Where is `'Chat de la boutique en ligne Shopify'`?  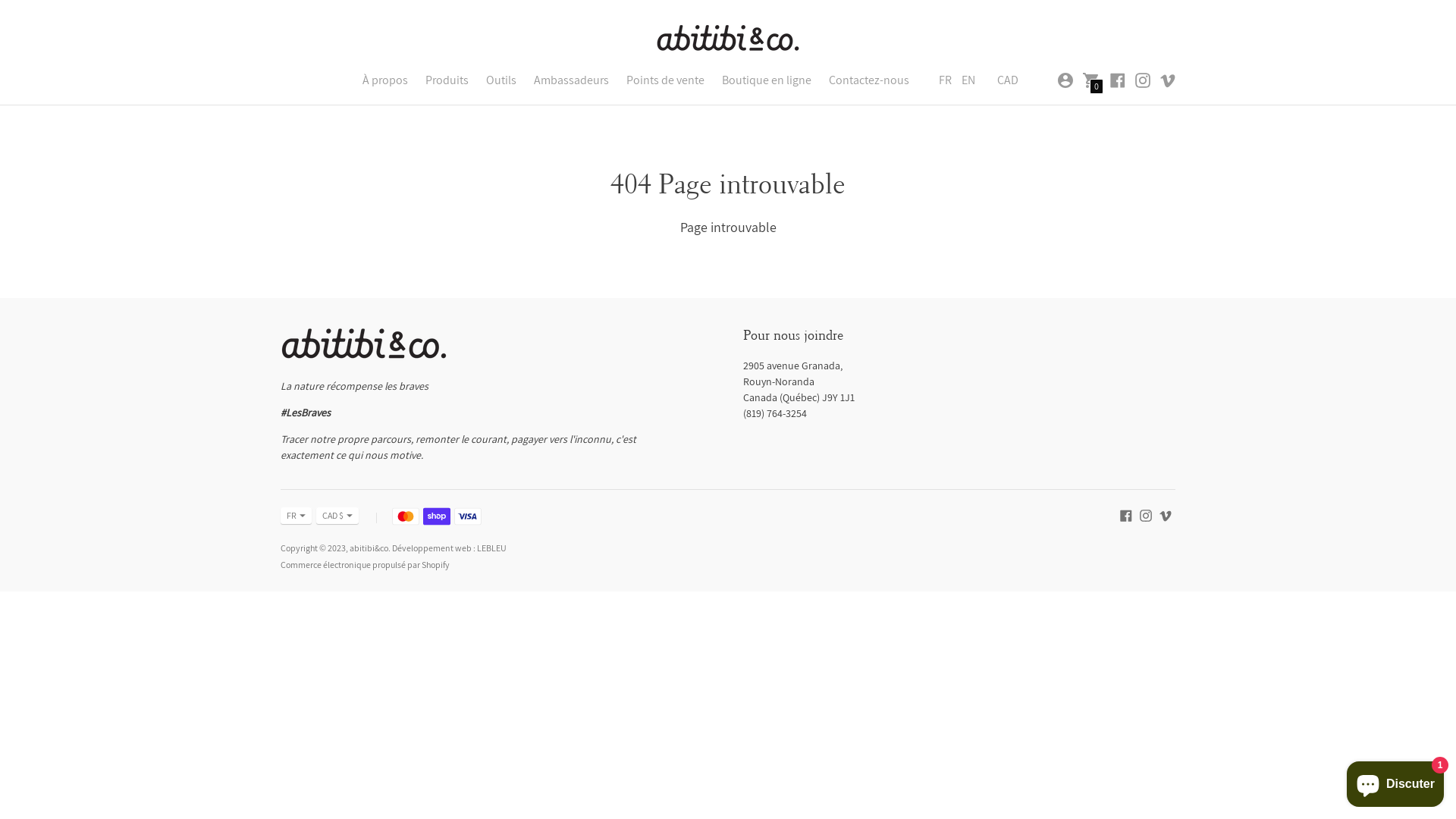
'Chat de la boutique en ligne Shopify' is located at coordinates (1395, 780).